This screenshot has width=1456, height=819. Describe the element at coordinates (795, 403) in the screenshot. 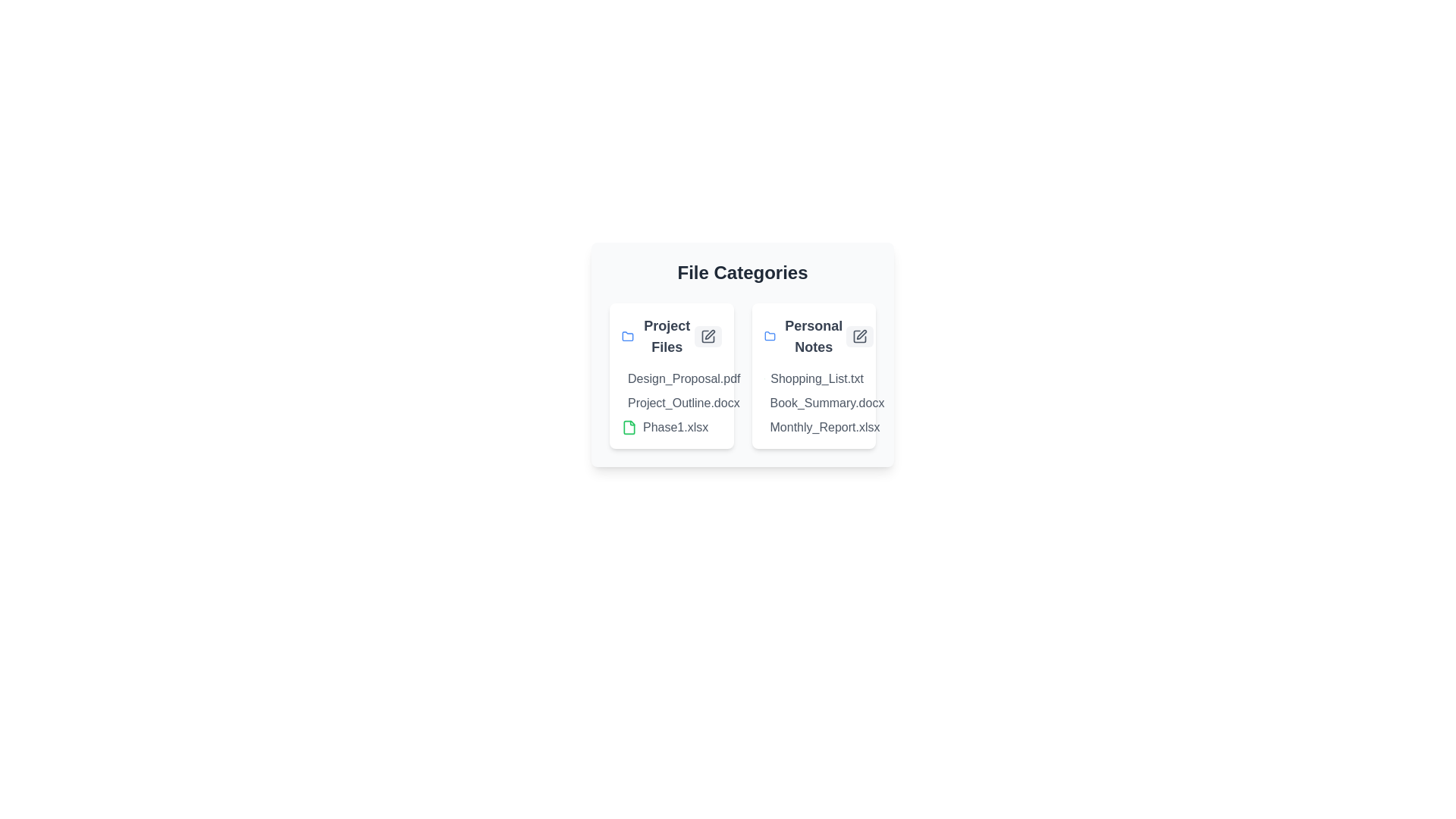

I see `the document named Book_Summary.docx` at that location.